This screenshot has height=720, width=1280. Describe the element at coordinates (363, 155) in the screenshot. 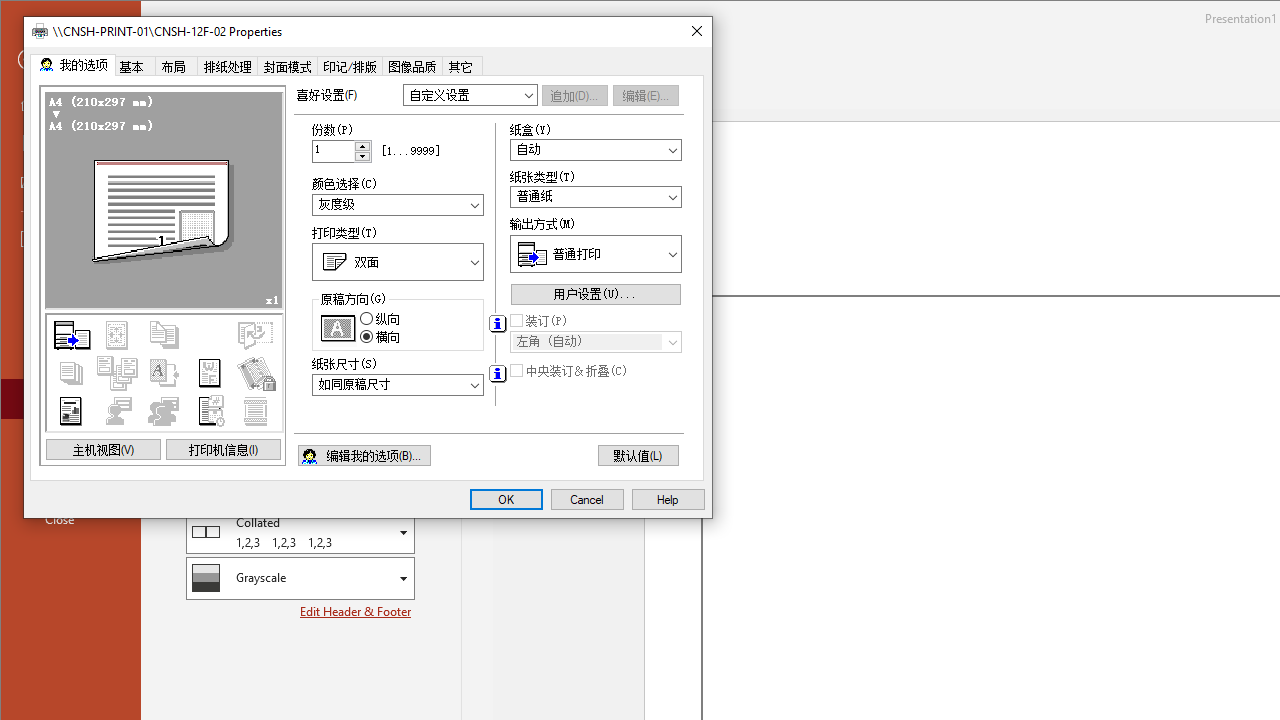

I see `'Less'` at that location.